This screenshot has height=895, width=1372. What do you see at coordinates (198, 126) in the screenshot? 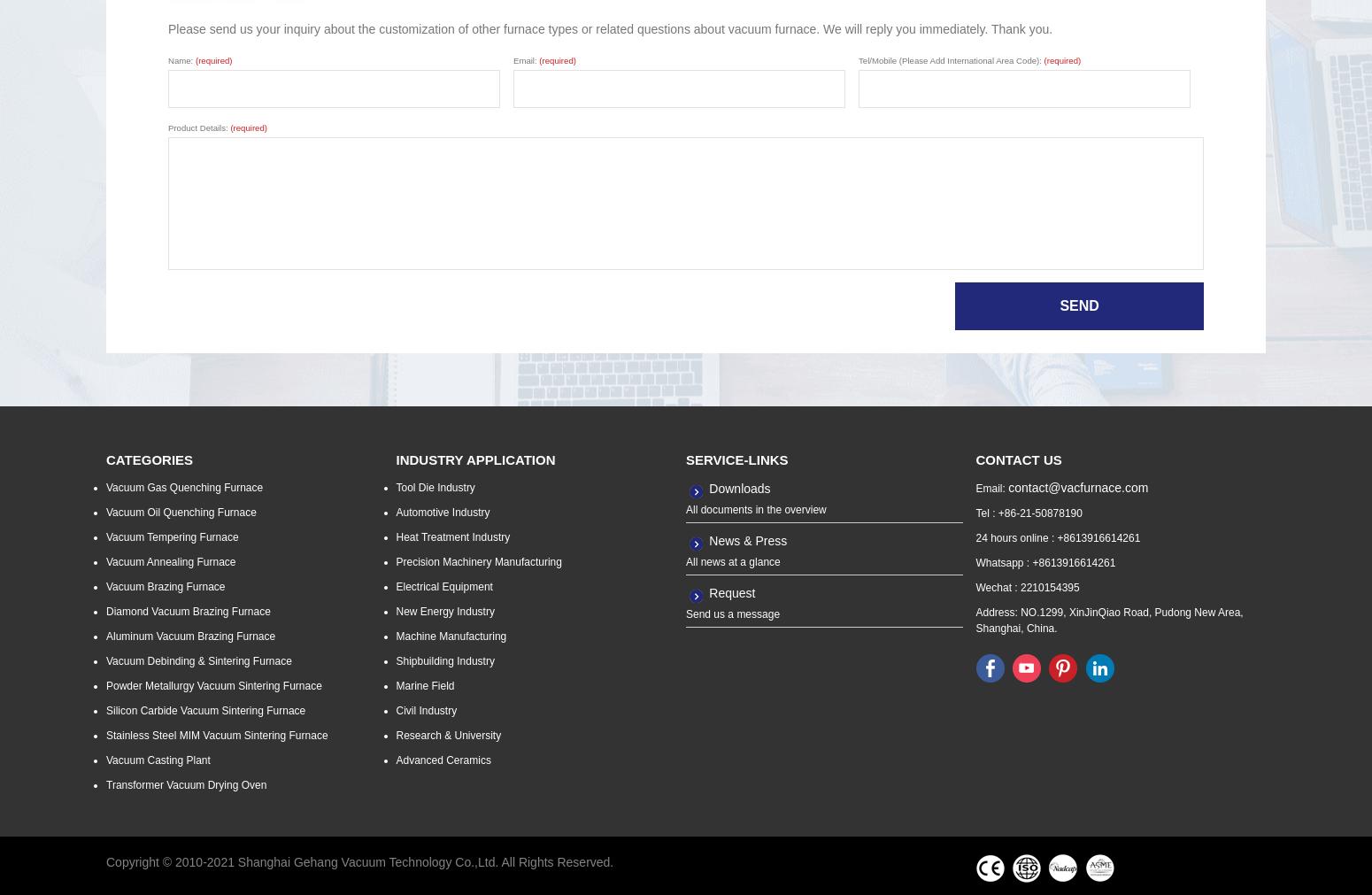
I see `'Product Details:'` at bounding box center [198, 126].